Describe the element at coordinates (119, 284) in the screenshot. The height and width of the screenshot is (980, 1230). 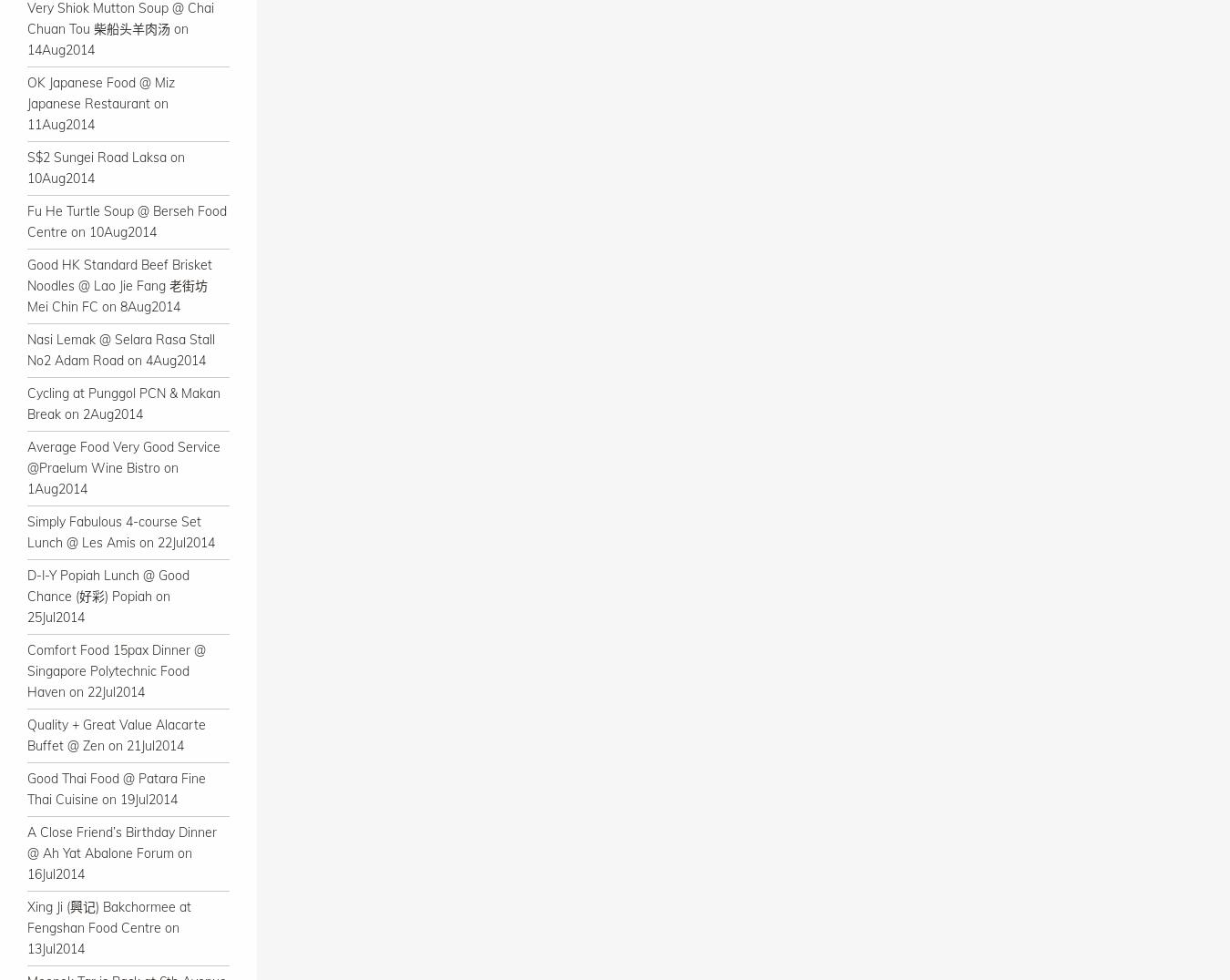
I see `'Good HK Standard Beef Brisket Noodles @ Lao Jie Fang 老街坊 Mei Chin FC on 8Aug2014'` at that location.